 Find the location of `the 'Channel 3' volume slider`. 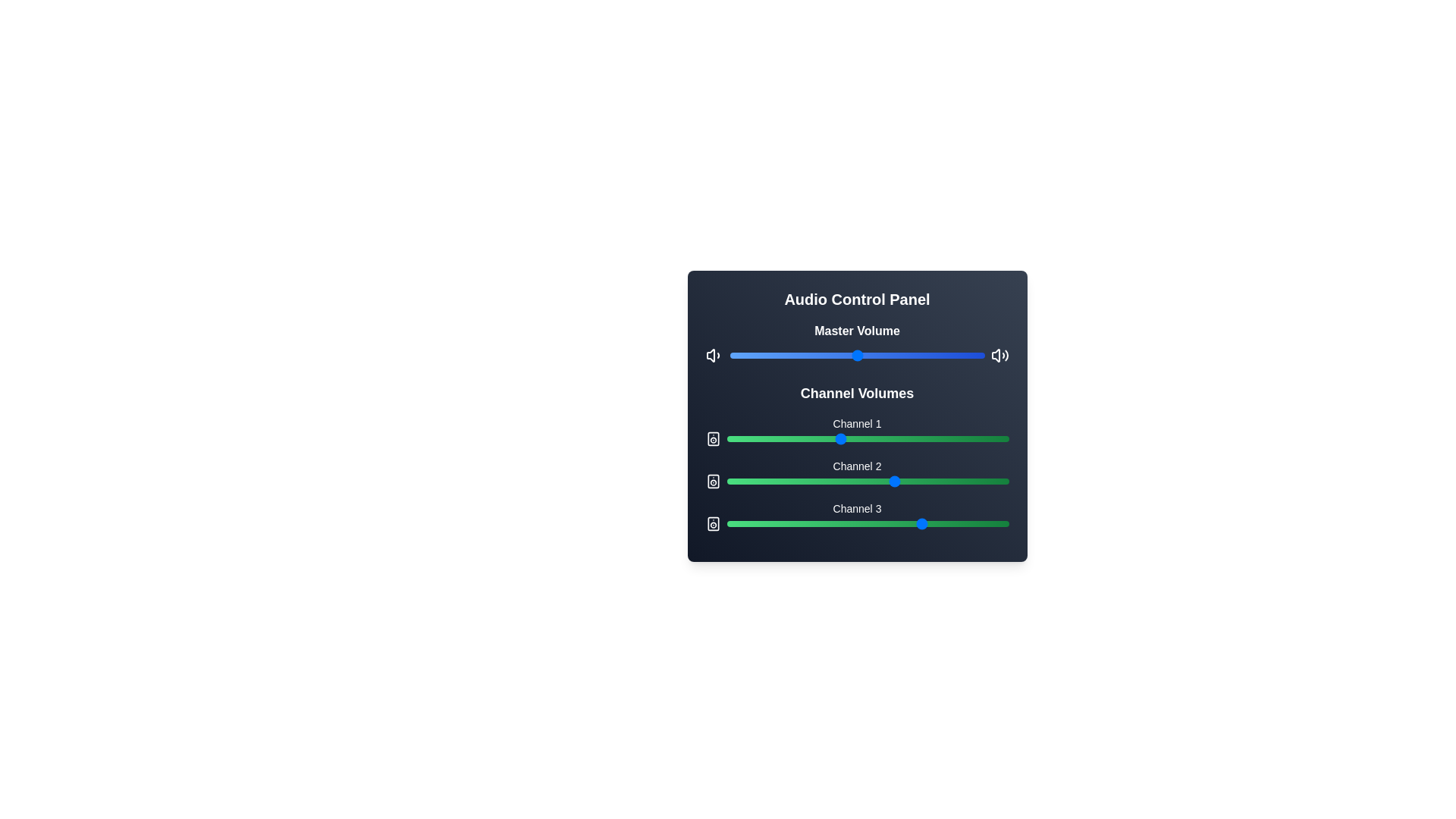

the 'Channel 3' volume slider is located at coordinates (949, 519).